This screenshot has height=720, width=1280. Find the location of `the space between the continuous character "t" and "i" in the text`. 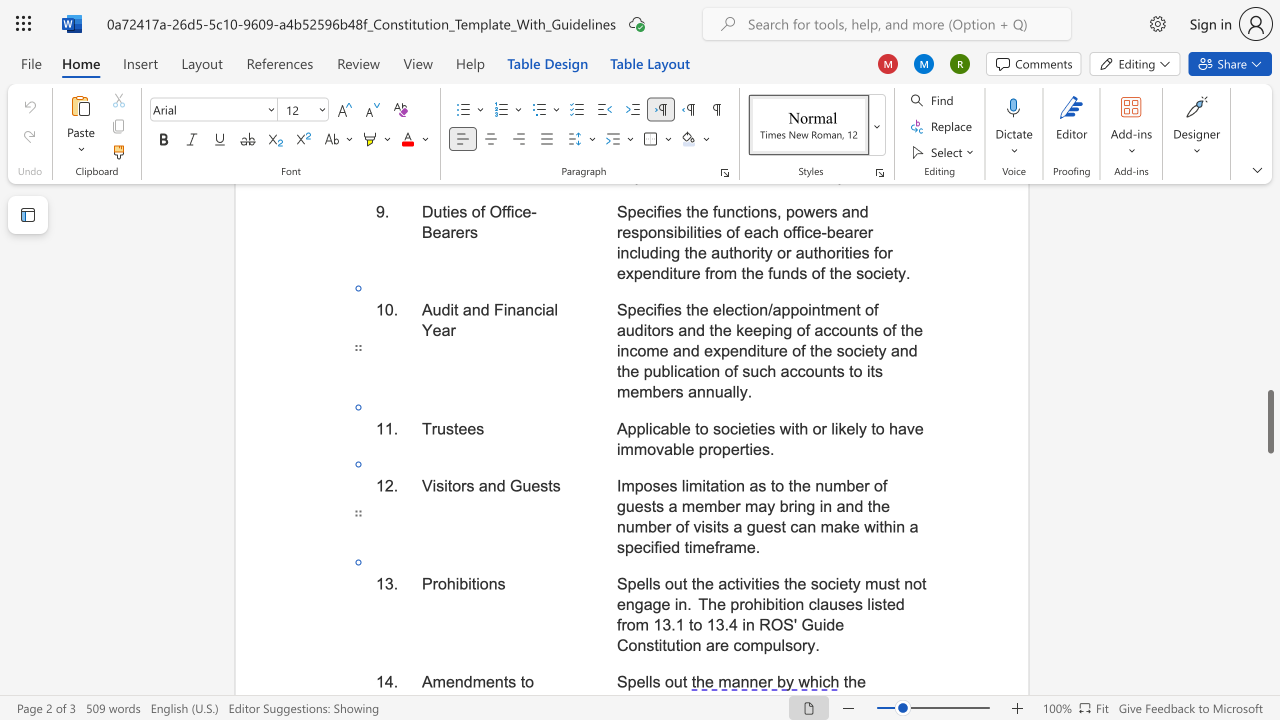

the space between the continuous character "t" and "i" in the text is located at coordinates (475, 583).